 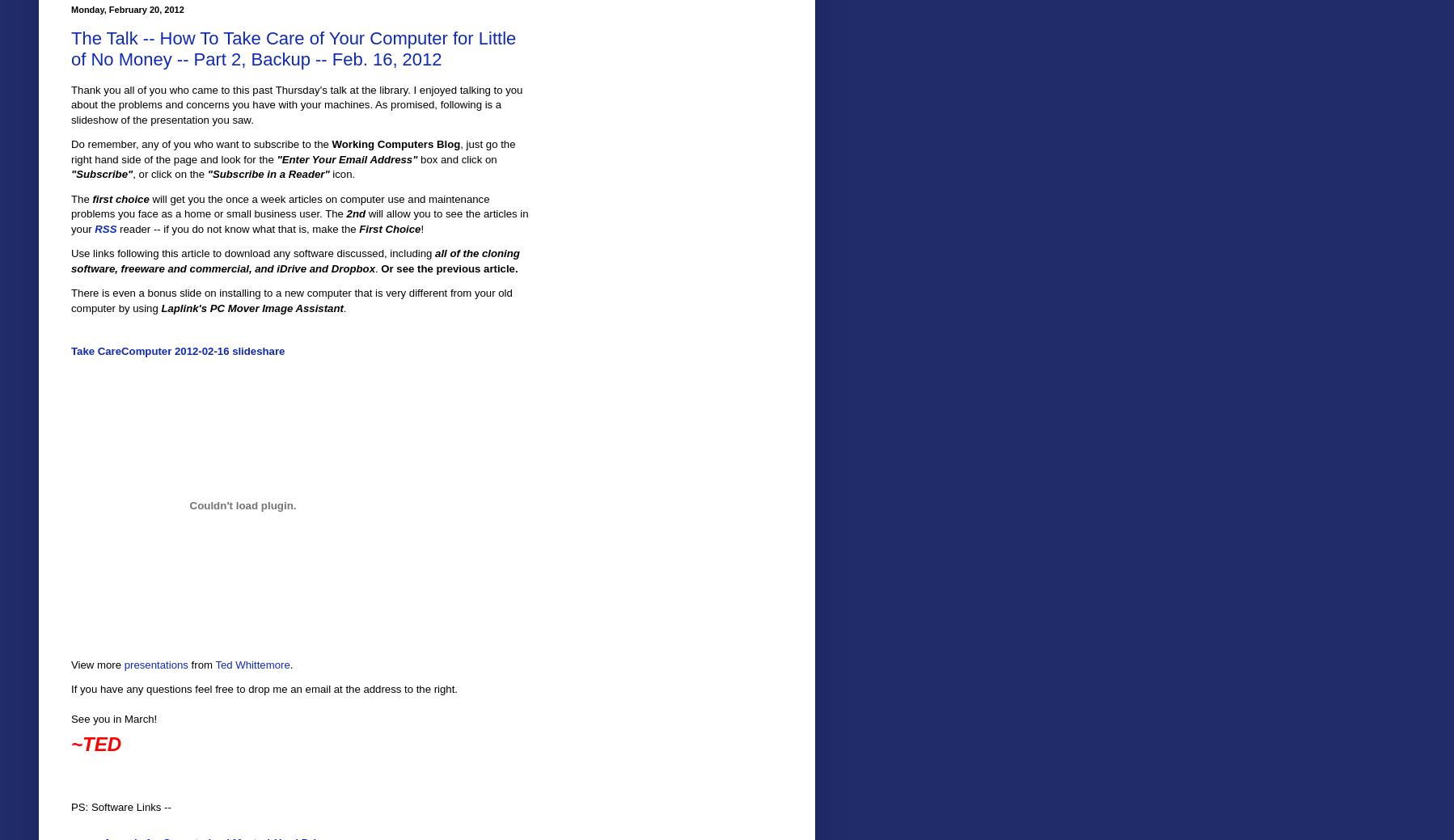 I want to click on '"Enter Your Email Address"', so click(x=275, y=158).